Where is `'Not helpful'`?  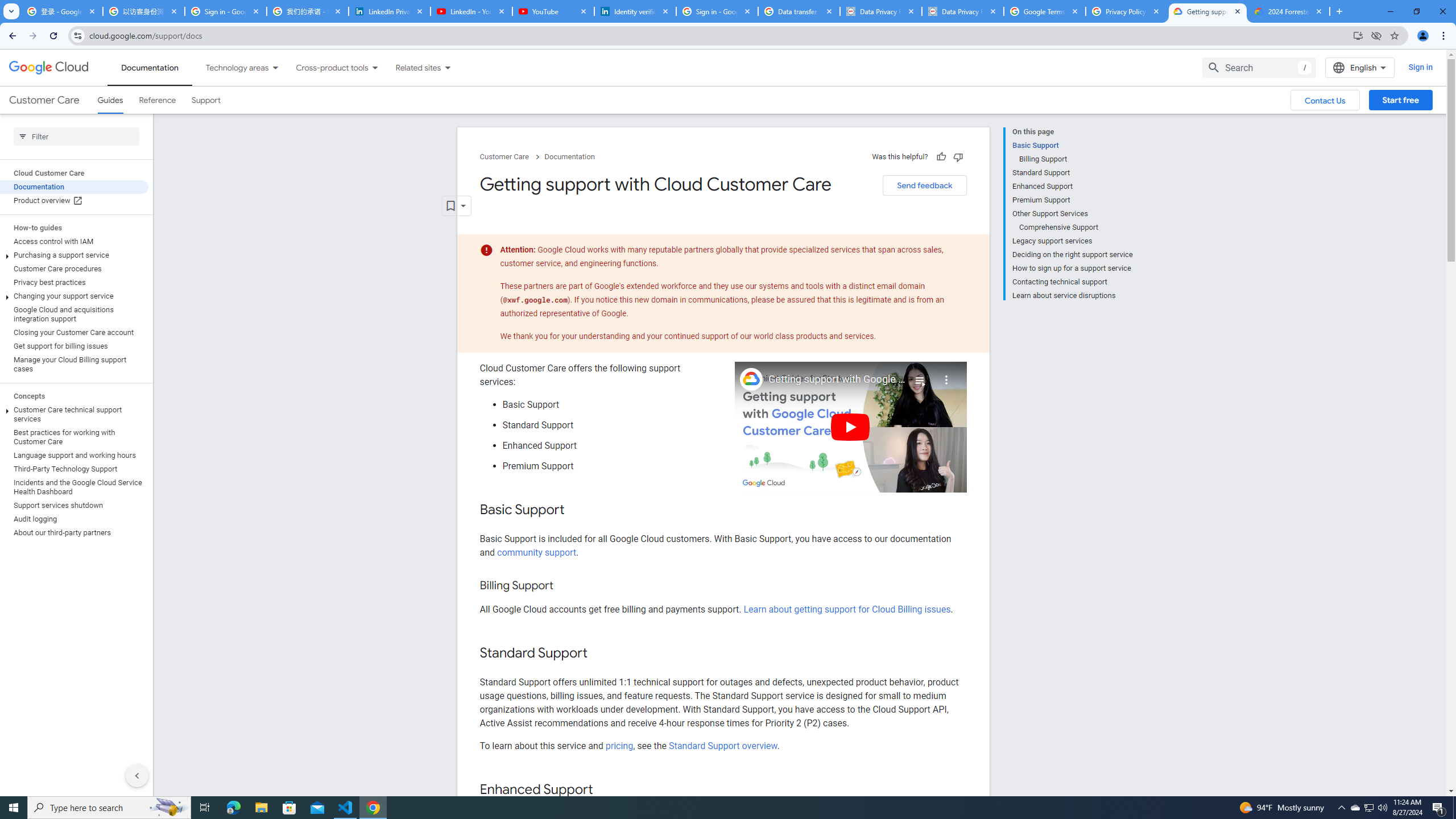 'Not helpful' is located at coordinates (957, 156).